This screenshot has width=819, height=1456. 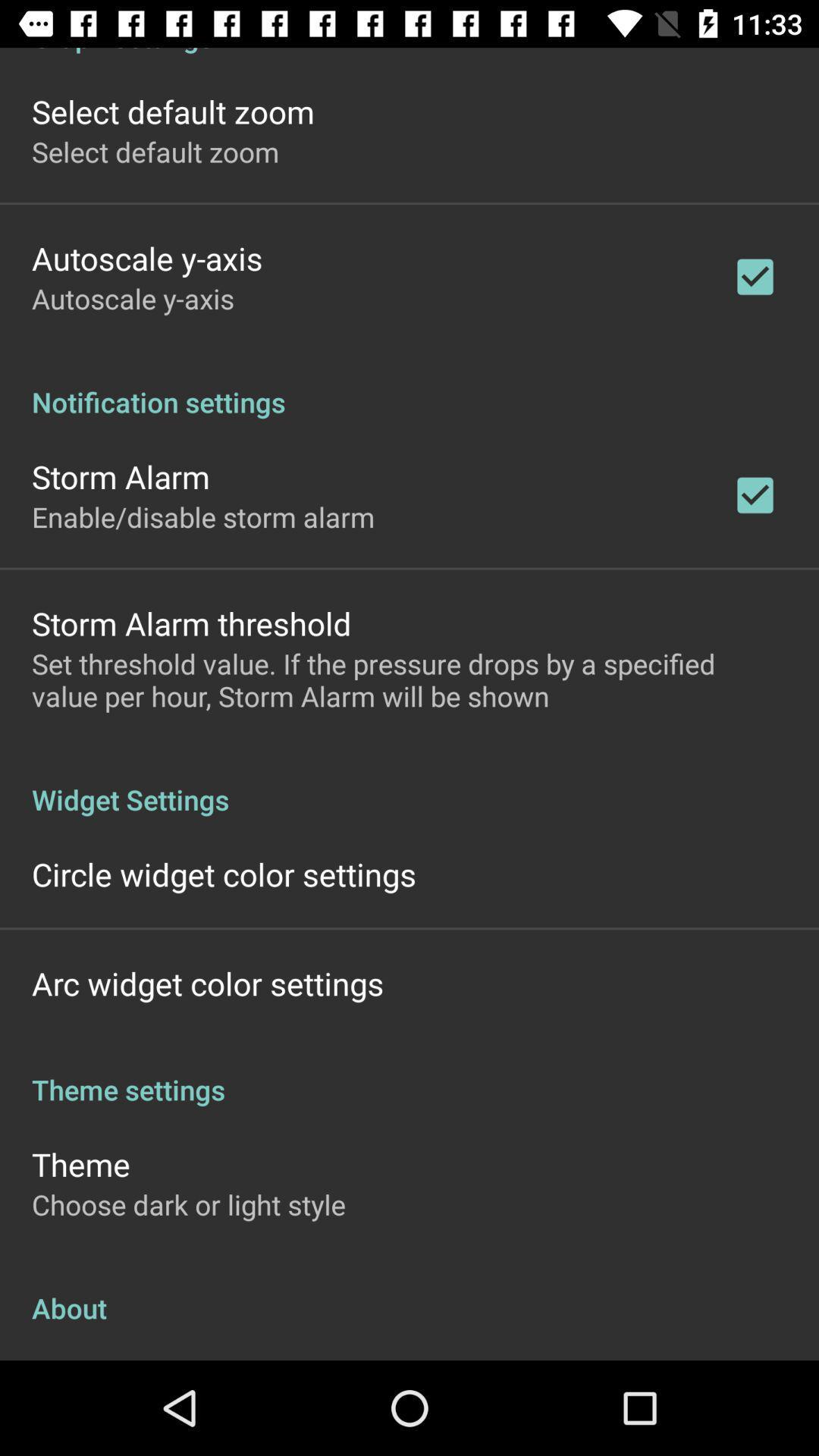 I want to click on app above the theme, so click(x=409, y=1073).